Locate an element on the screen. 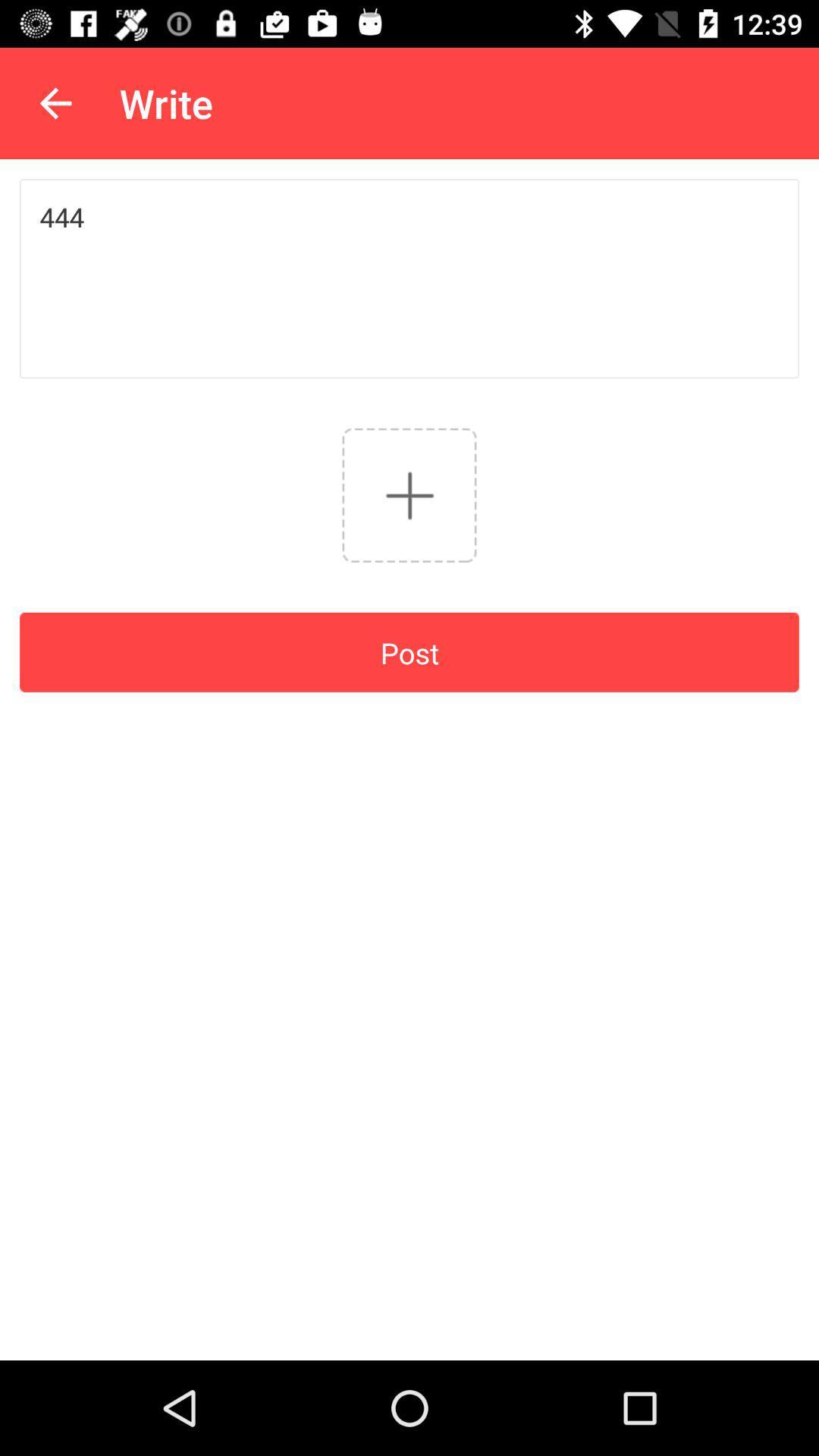 This screenshot has height=1456, width=819. go hide option is located at coordinates (409, 495).